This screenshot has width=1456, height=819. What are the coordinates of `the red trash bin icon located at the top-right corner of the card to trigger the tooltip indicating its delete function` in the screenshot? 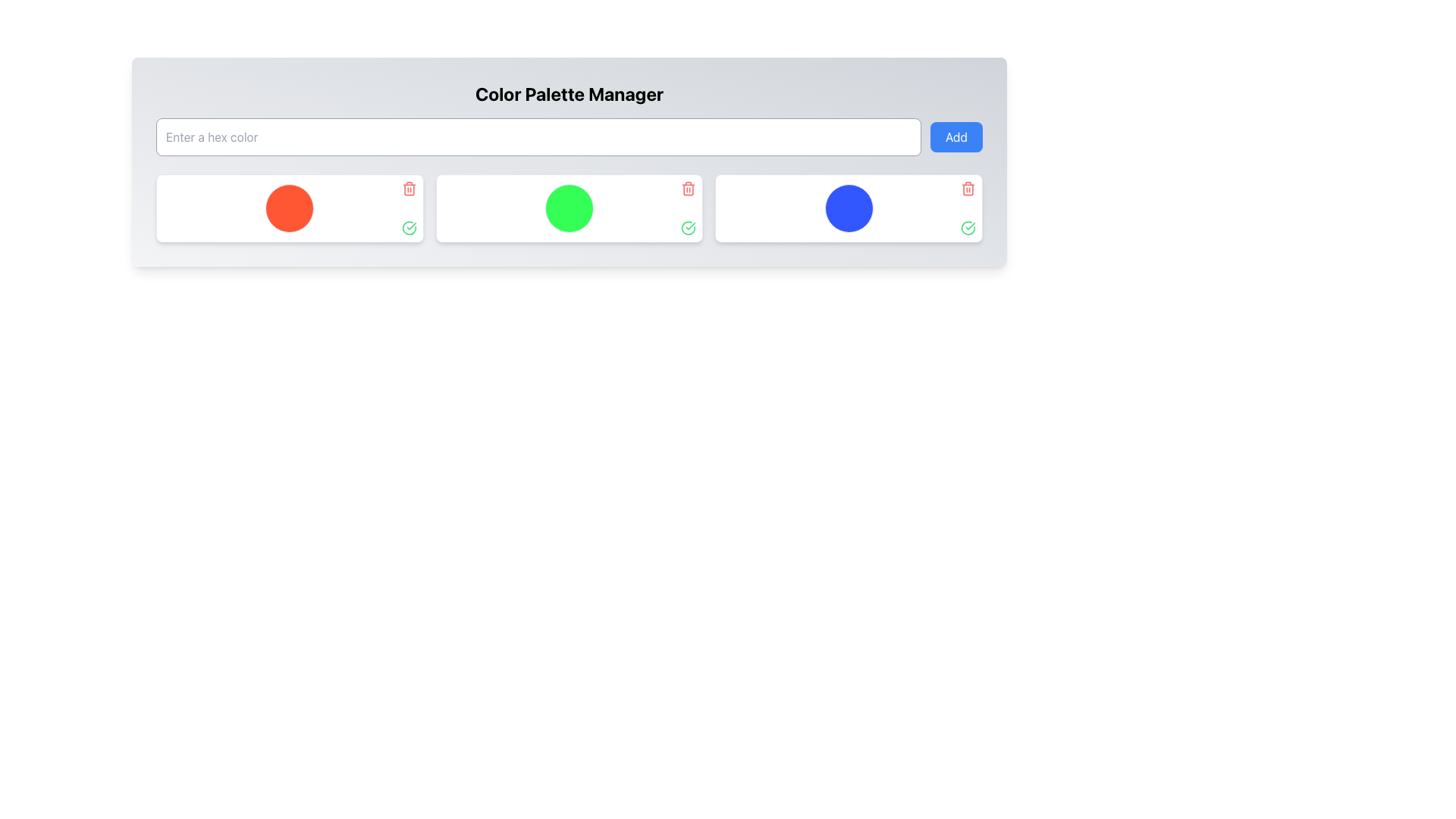 It's located at (688, 188).